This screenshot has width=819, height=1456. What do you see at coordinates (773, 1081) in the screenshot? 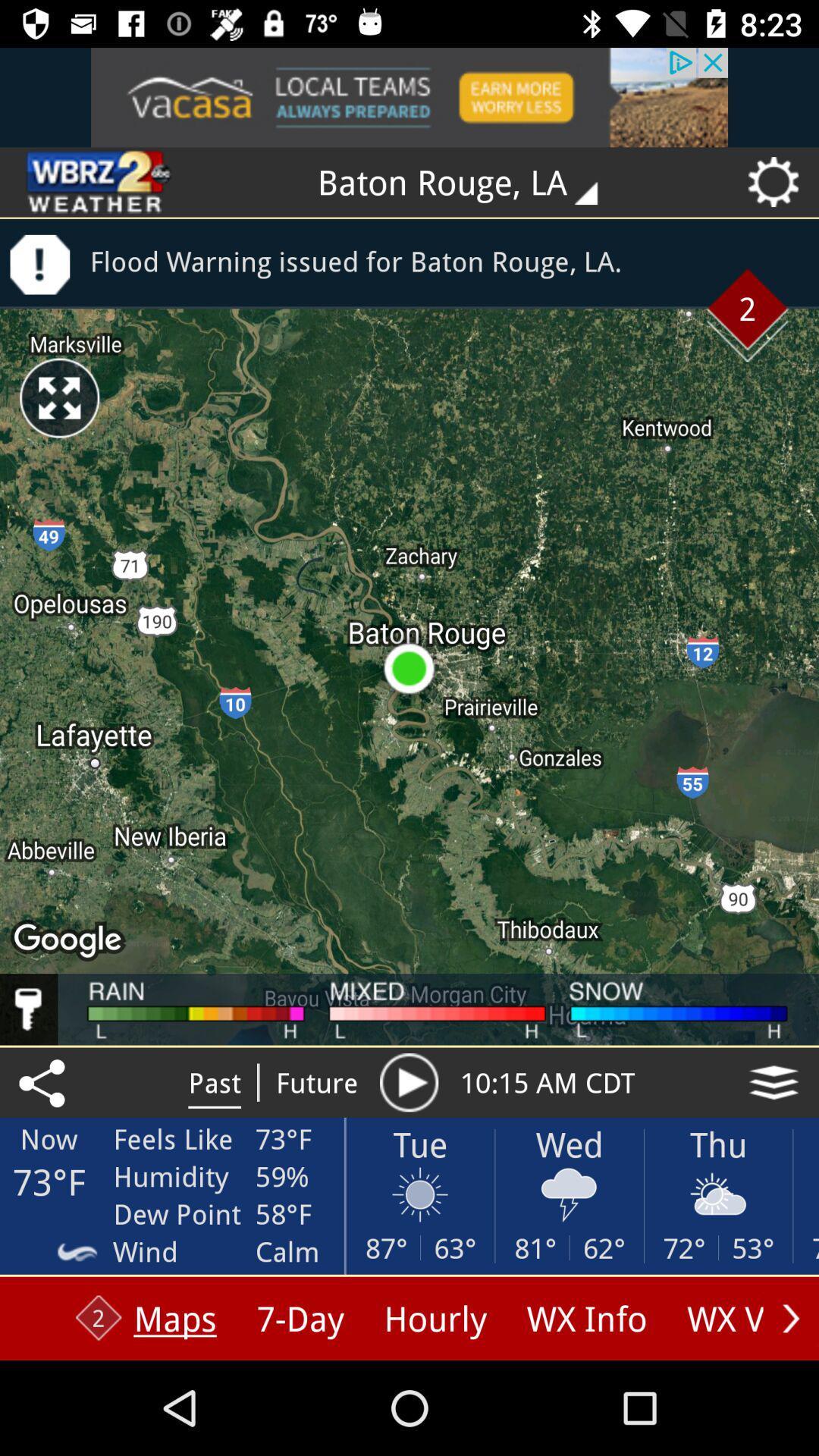
I see `the layers icon` at bounding box center [773, 1081].